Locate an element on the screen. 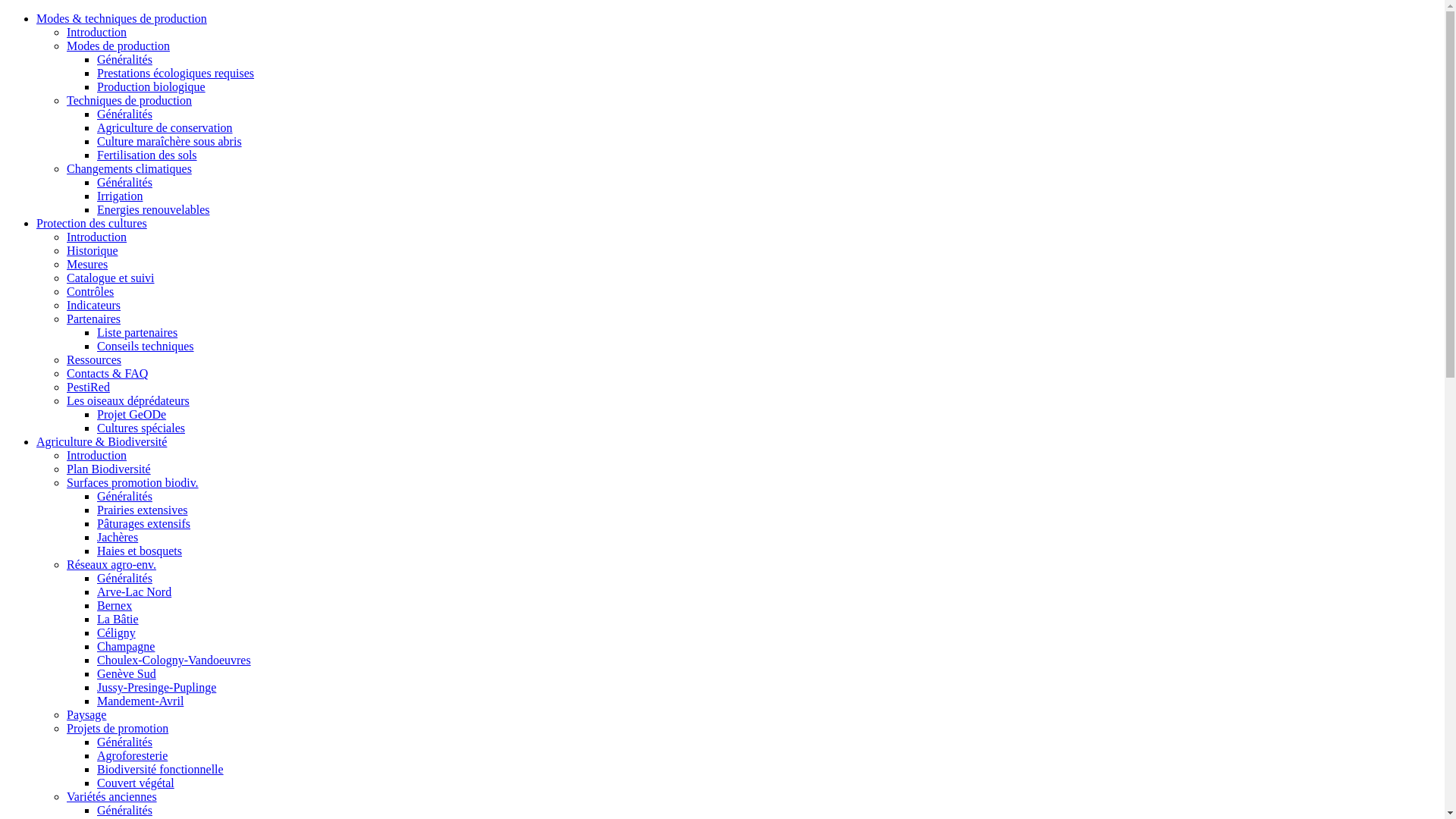 Image resolution: width=1456 pixels, height=819 pixels. 'Production biologique' is located at coordinates (151, 86).